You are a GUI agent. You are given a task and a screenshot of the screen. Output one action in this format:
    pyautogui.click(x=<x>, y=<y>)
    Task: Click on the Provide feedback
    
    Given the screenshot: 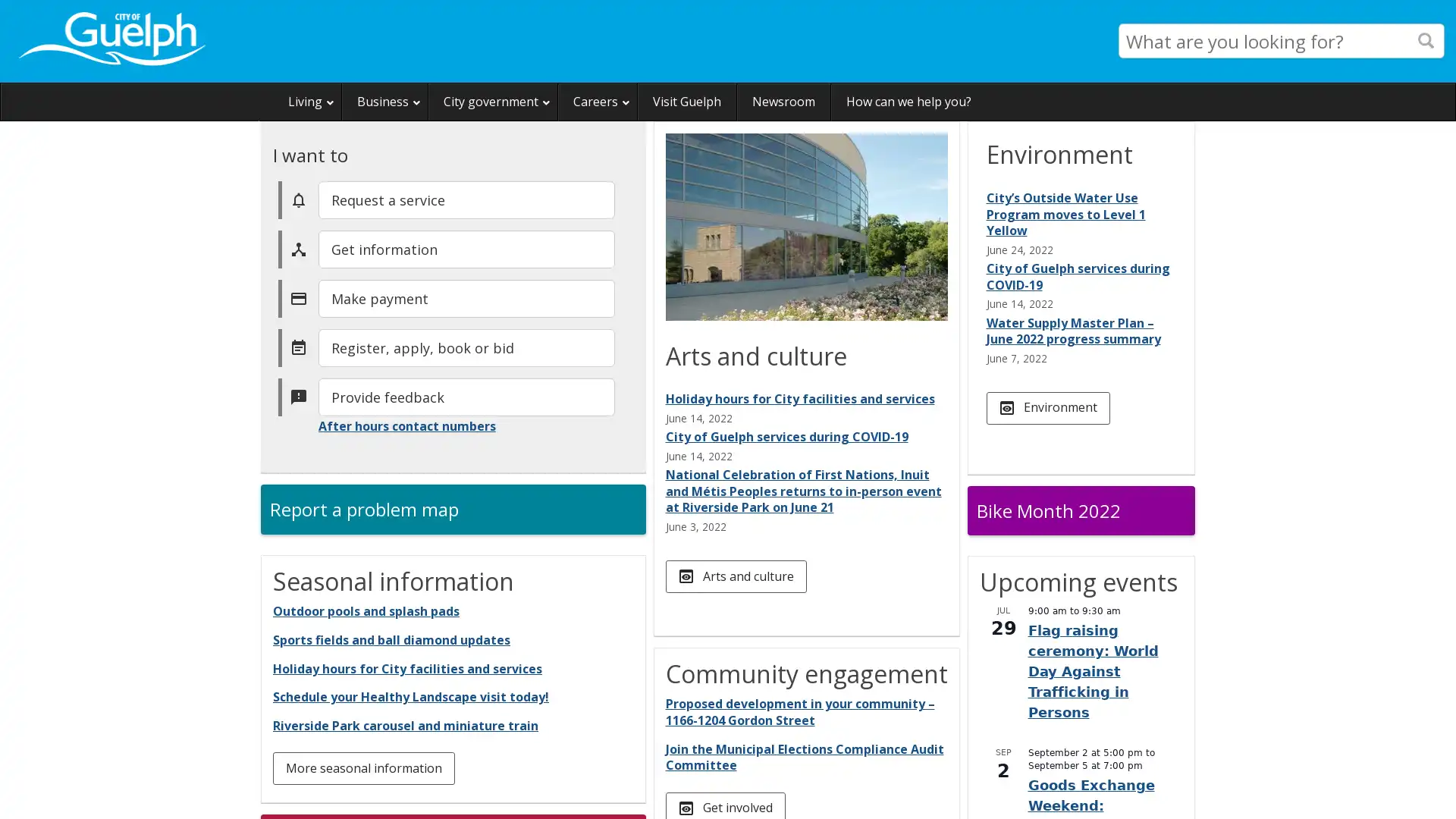 What is the action you would take?
    pyautogui.click(x=465, y=396)
    